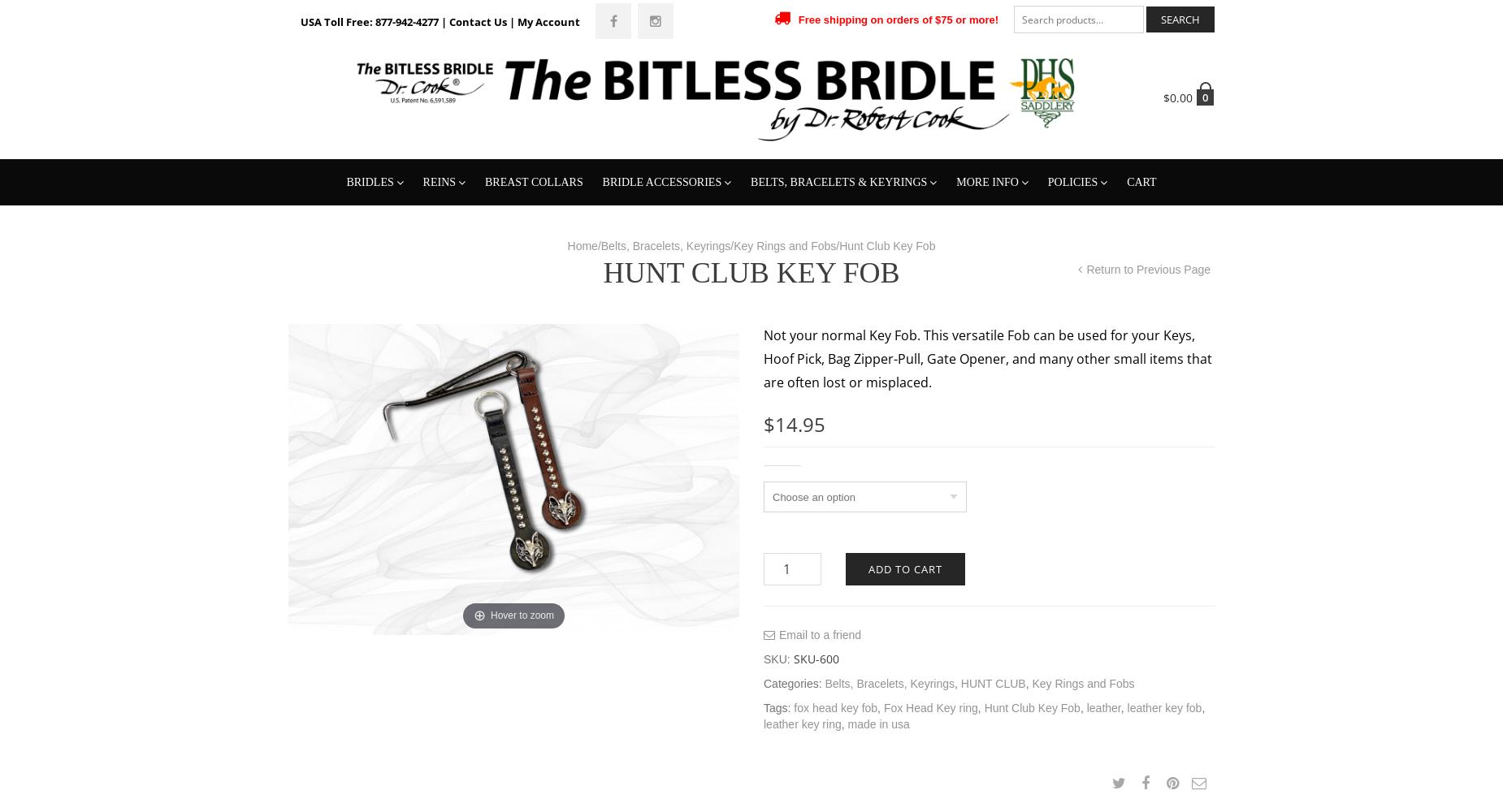 The image size is (1503, 812). Describe the element at coordinates (1103, 229) in the screenshot. I see `'Shipping & Returns'` at that location.